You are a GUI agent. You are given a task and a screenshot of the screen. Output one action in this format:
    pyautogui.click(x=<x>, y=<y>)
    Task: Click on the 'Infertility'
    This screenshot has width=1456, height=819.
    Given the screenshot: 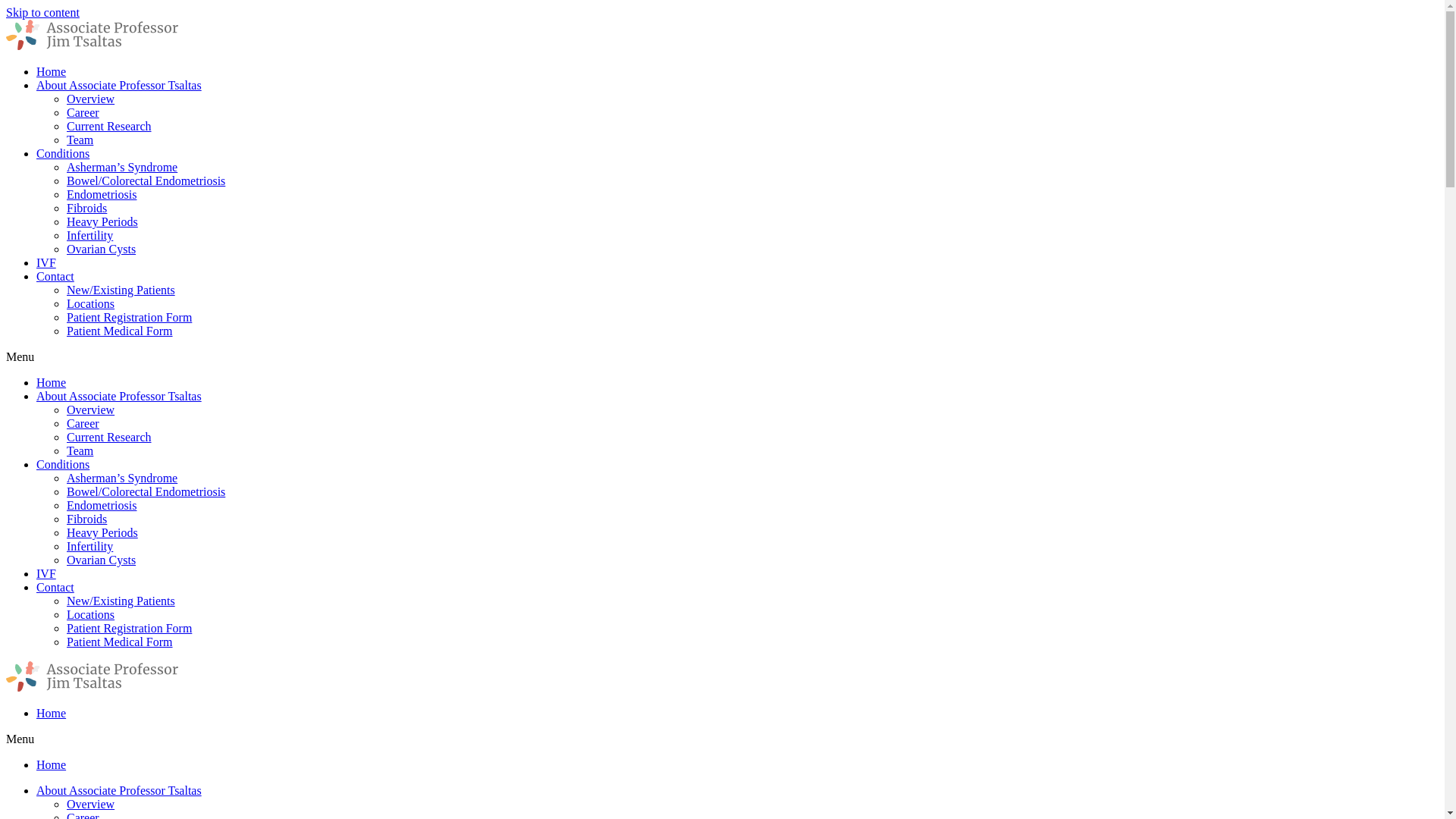 What is the action you would take?
    pyautogui.click(x=89, y=235)
    